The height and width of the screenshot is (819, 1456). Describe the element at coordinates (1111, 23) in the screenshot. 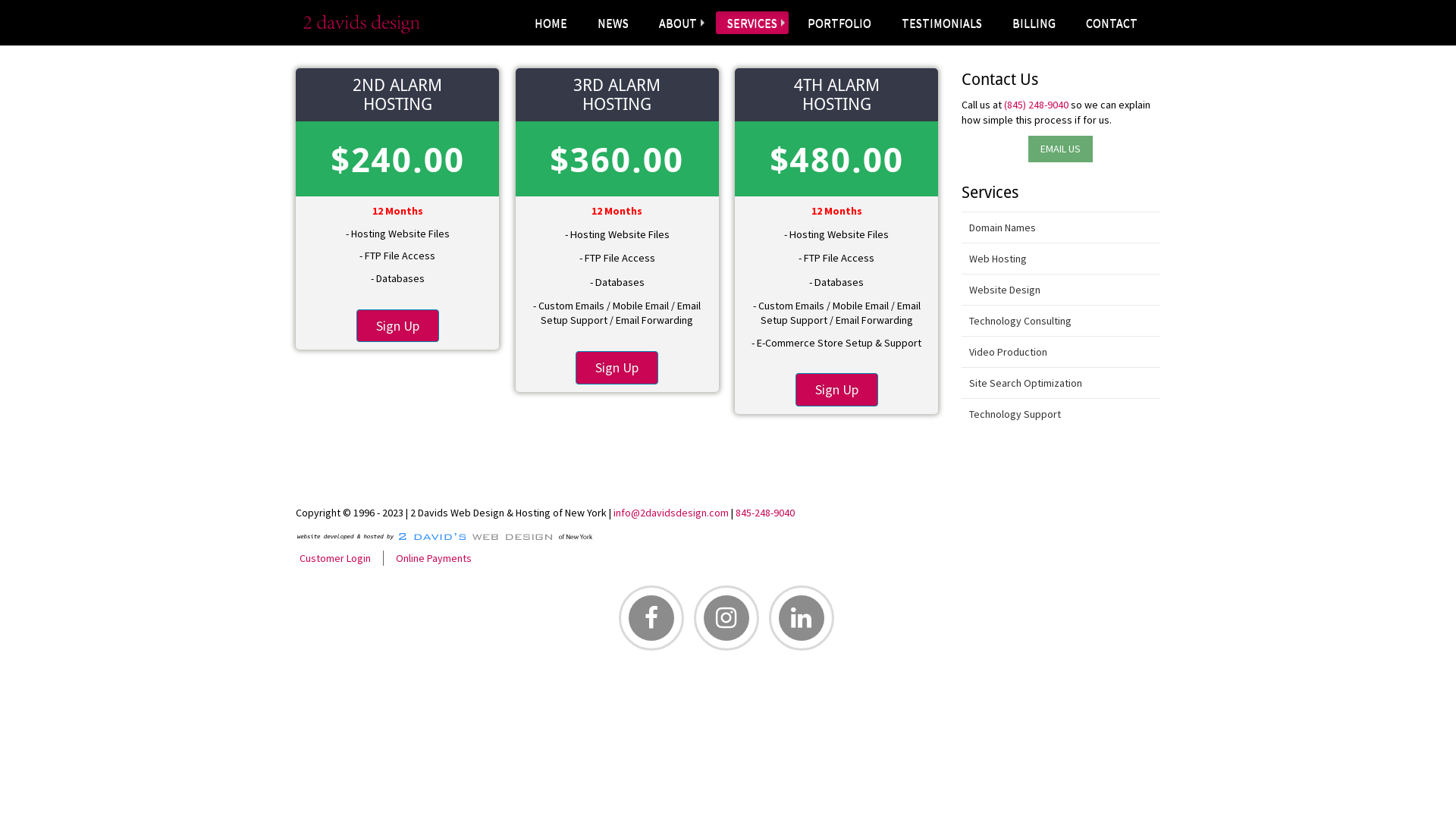

I see `'CONTACT'` at that location.